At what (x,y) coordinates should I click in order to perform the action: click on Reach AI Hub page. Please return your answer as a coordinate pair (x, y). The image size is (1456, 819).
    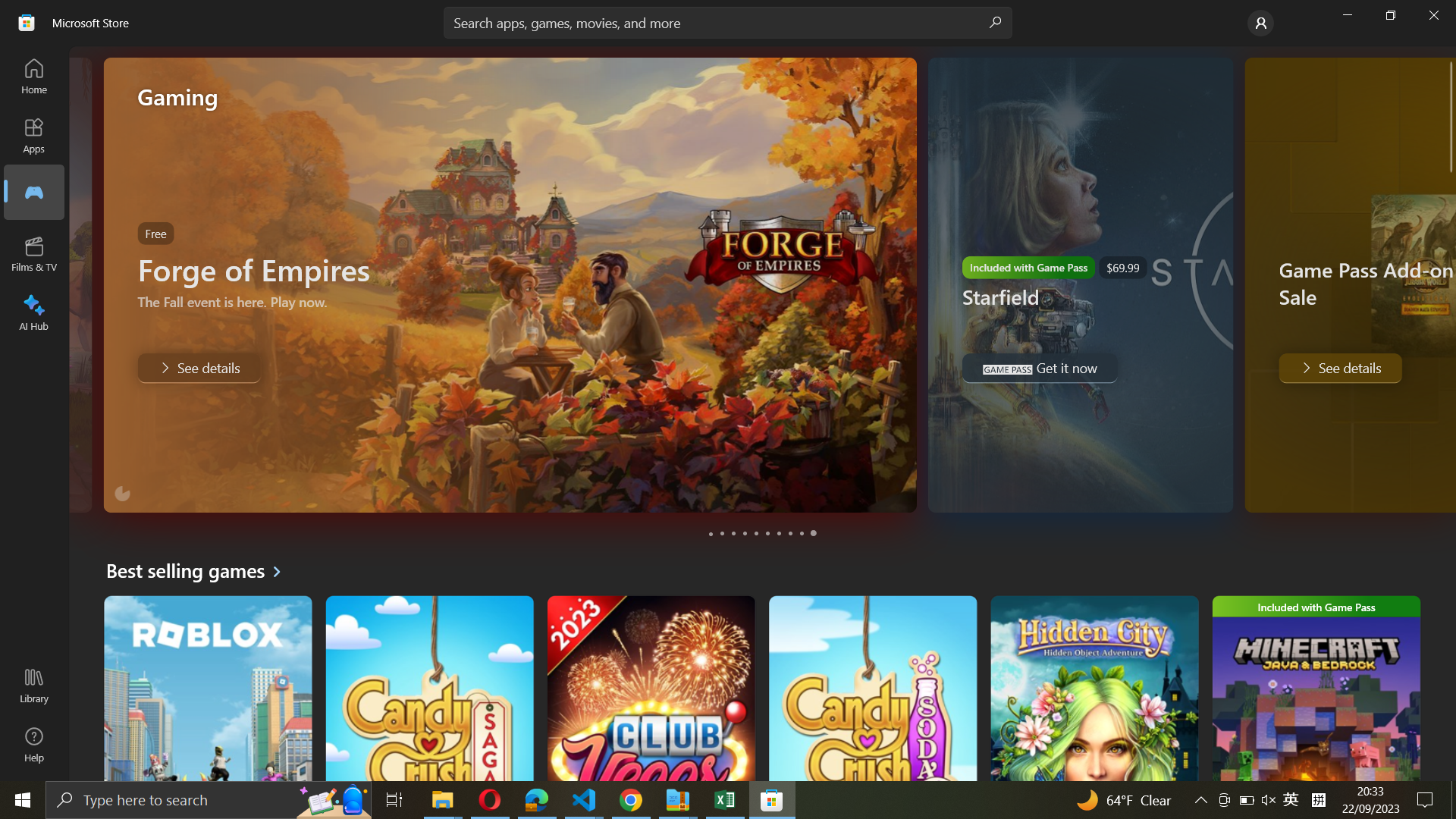
    Looking at the image, I should click on (35, 309).